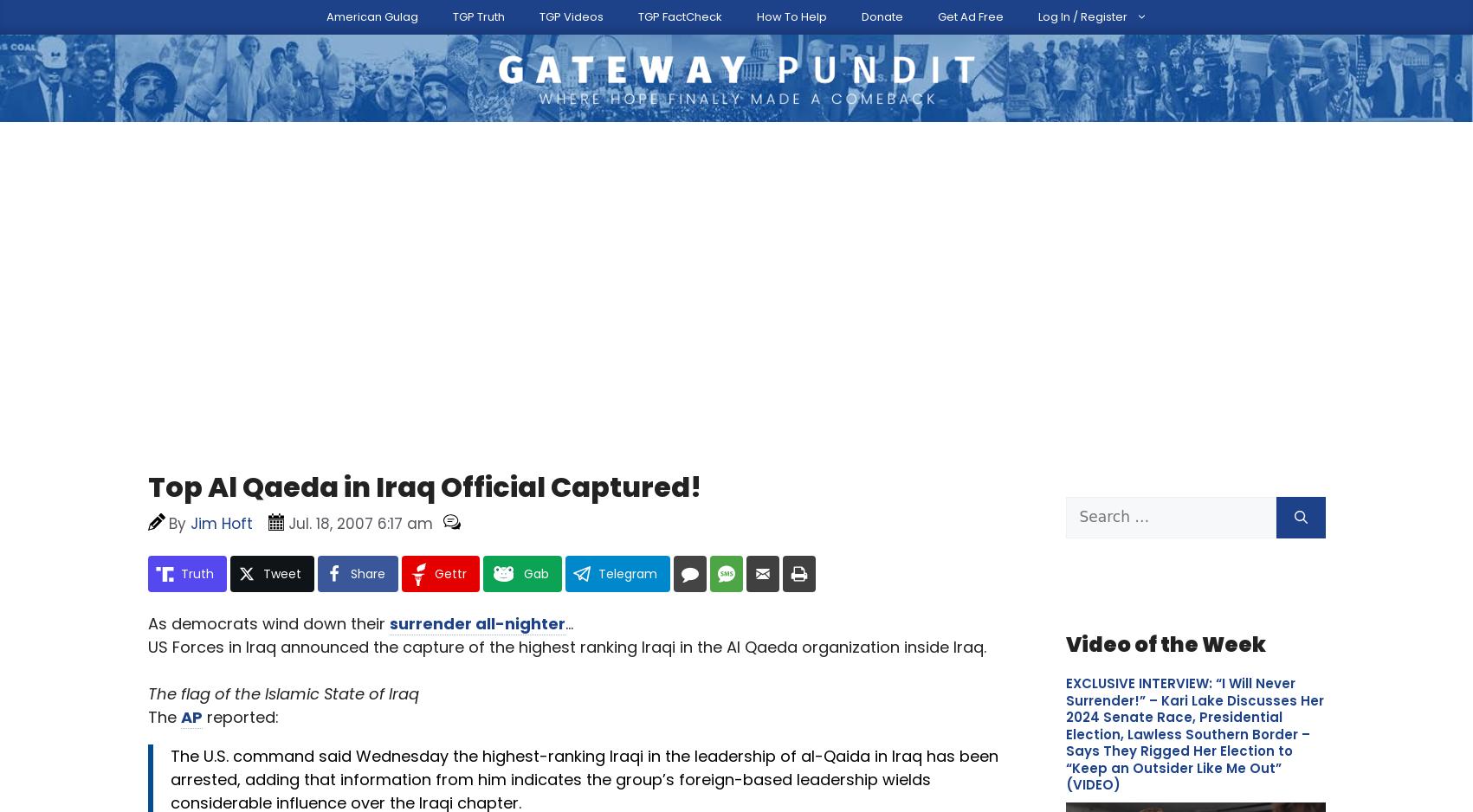  Describe the element at coordinates (196, 604) in the screenshot. I see `'You can'` at that location.